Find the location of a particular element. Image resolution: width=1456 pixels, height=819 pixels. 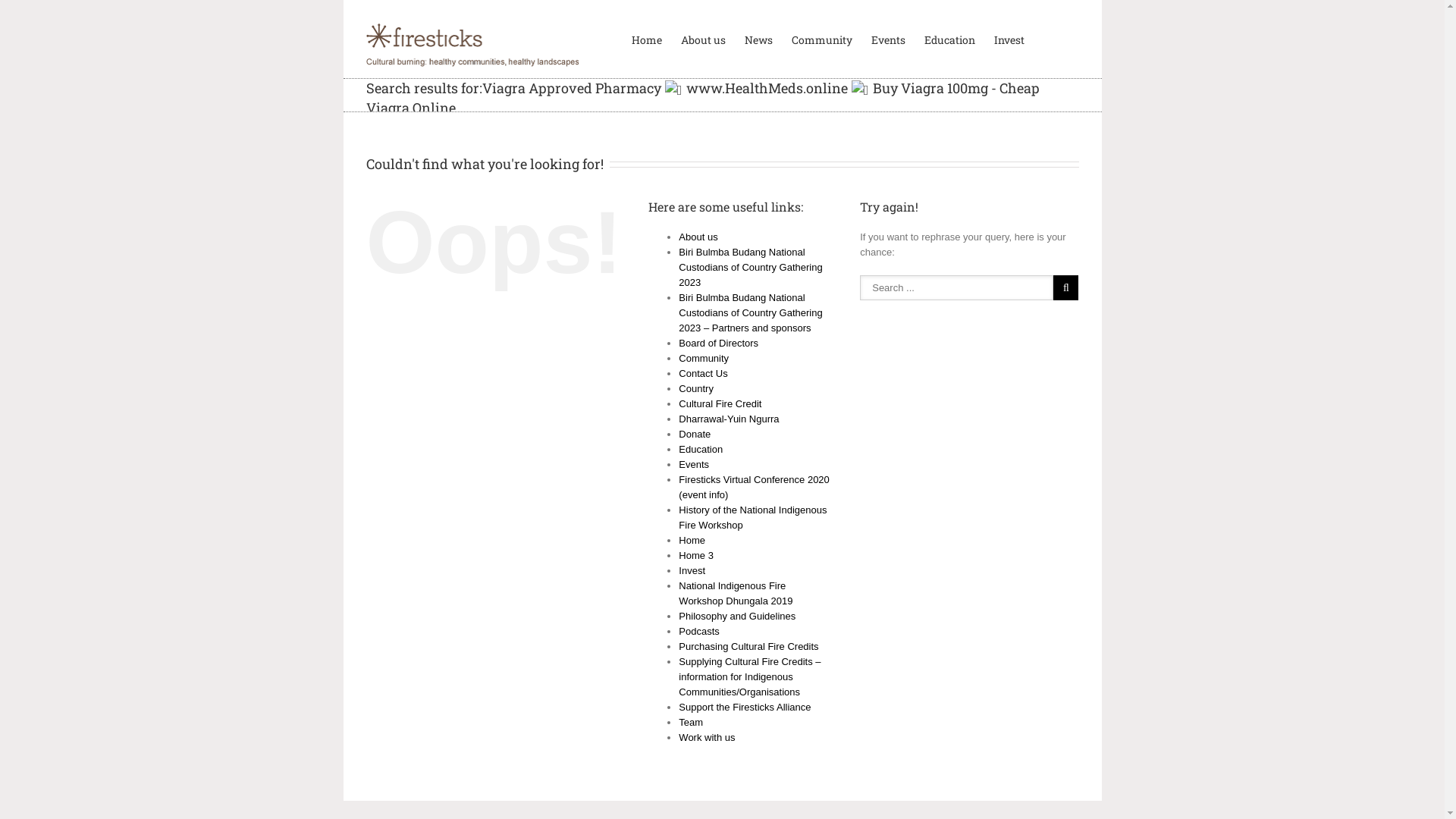

'Community' is located at coordinates (702, 358).